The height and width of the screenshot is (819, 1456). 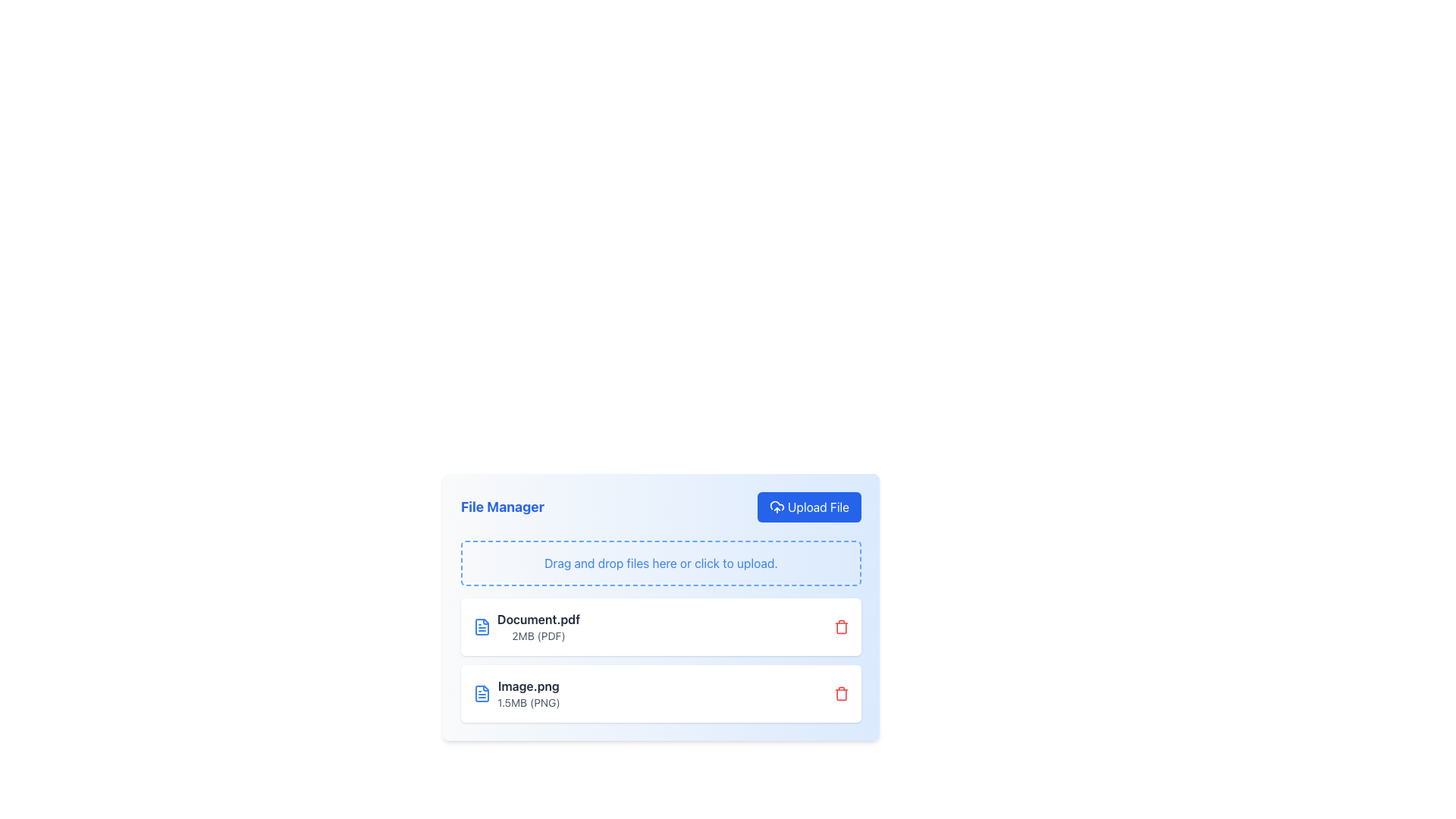 I want to click on the first file entry card, so click(x=661, y=632).